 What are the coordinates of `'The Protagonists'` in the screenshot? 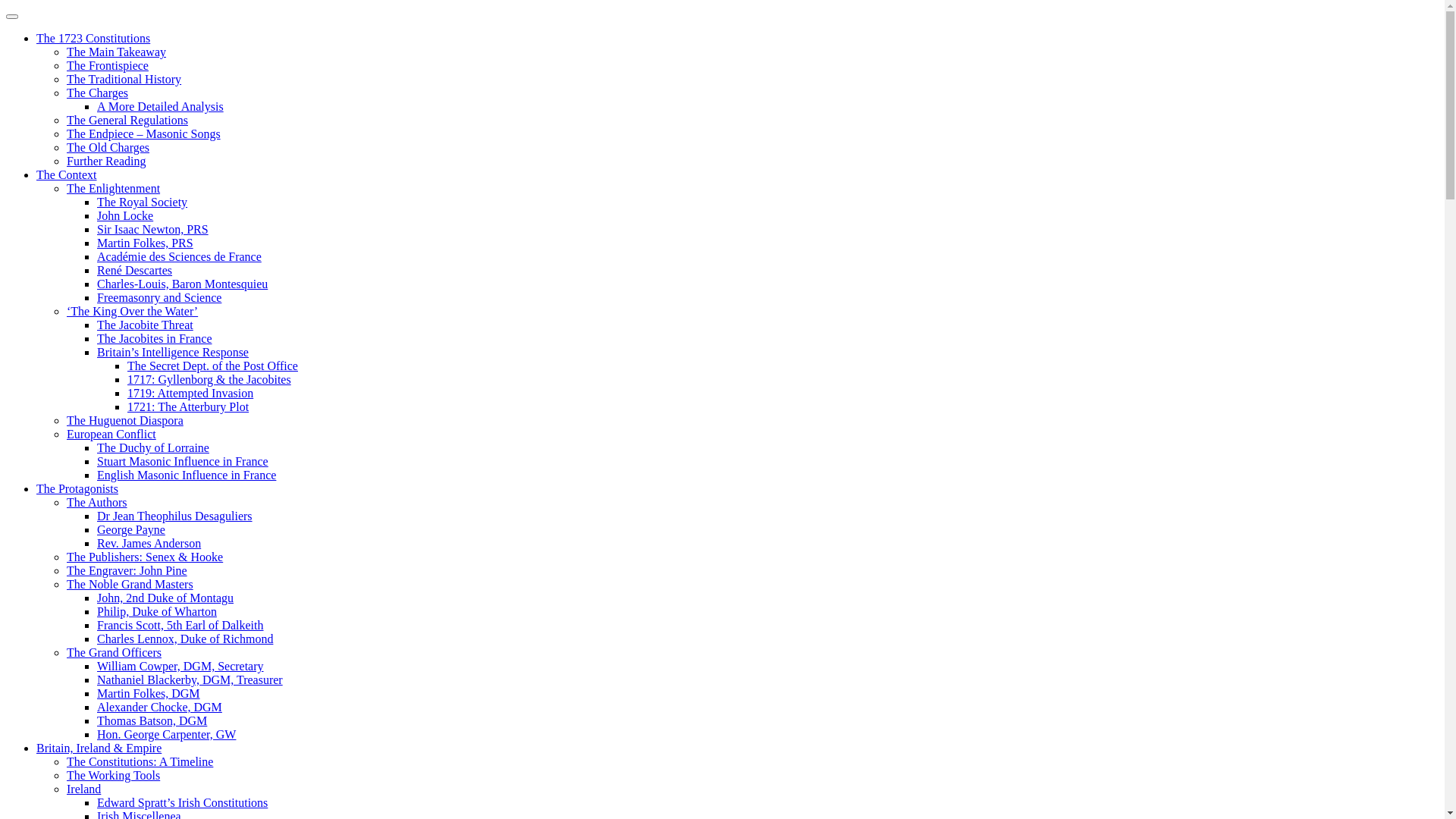 It's located at (36, 488).